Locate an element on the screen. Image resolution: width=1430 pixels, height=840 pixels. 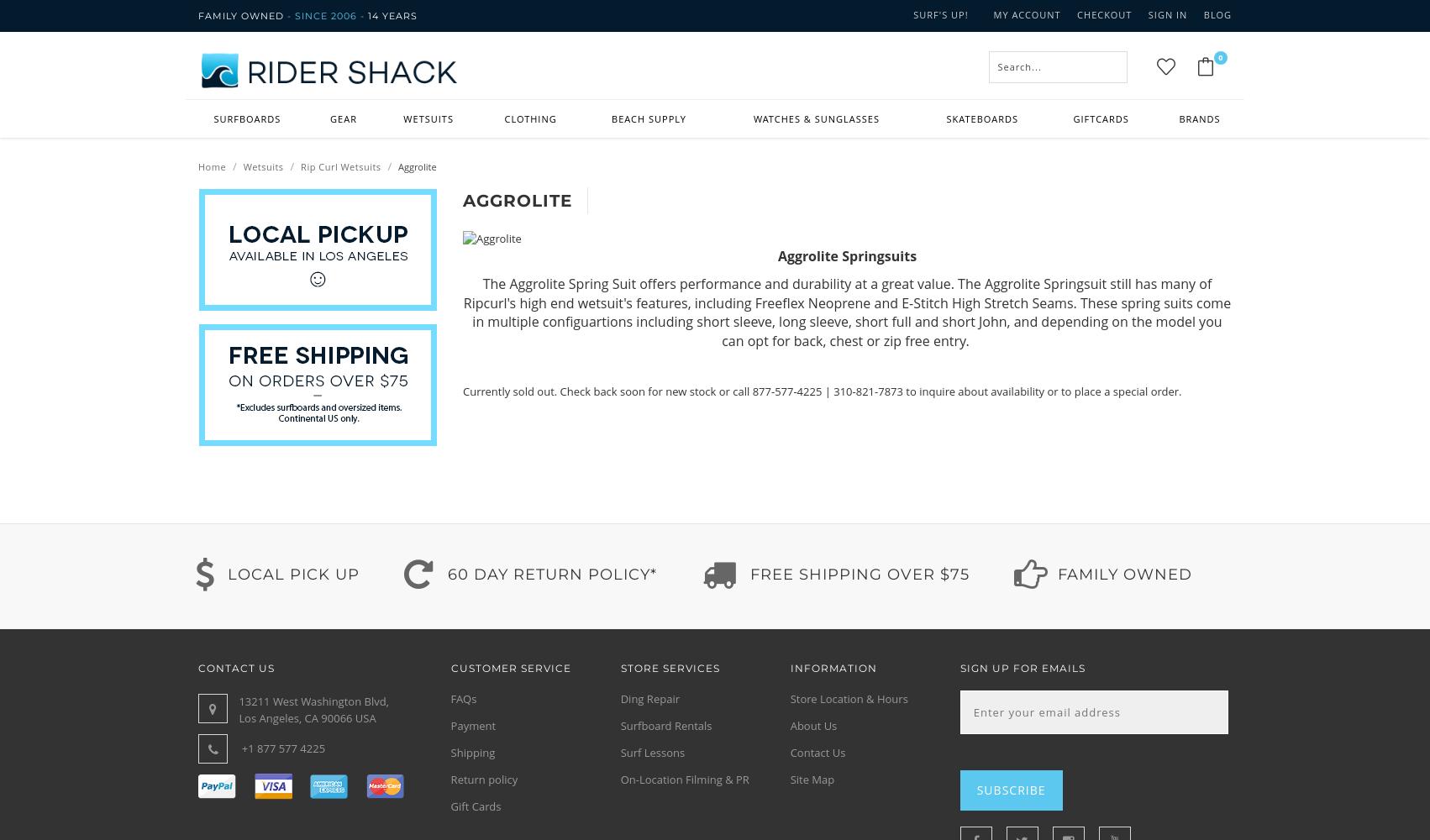
'Surf's up!' is located at coordinates (939, 14).